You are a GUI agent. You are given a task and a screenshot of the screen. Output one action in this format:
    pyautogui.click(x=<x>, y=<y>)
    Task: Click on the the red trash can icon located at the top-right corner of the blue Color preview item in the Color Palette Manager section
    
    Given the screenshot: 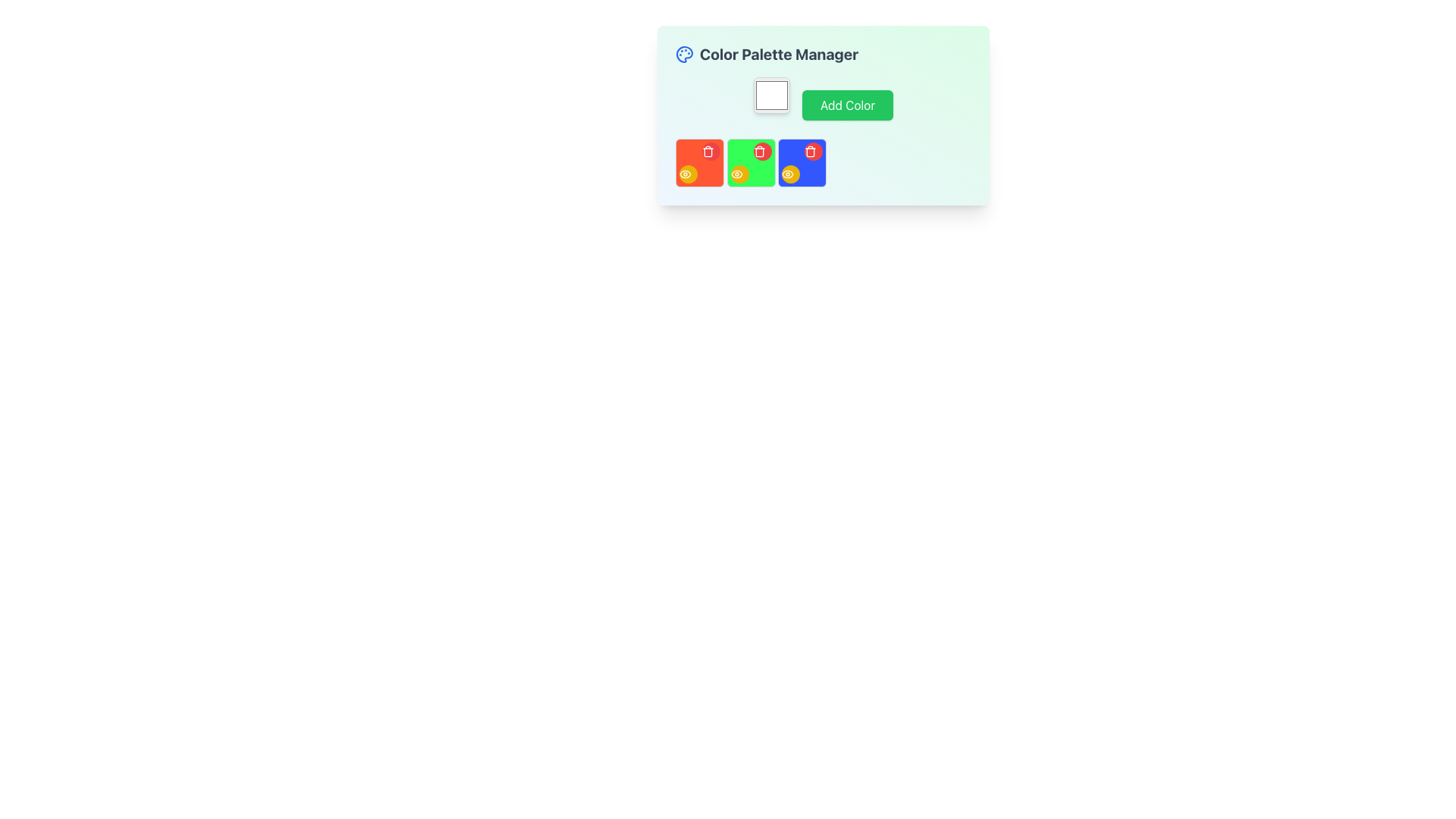 What is the action you would take?
    pyautogui.click(x=822, y=163)
    